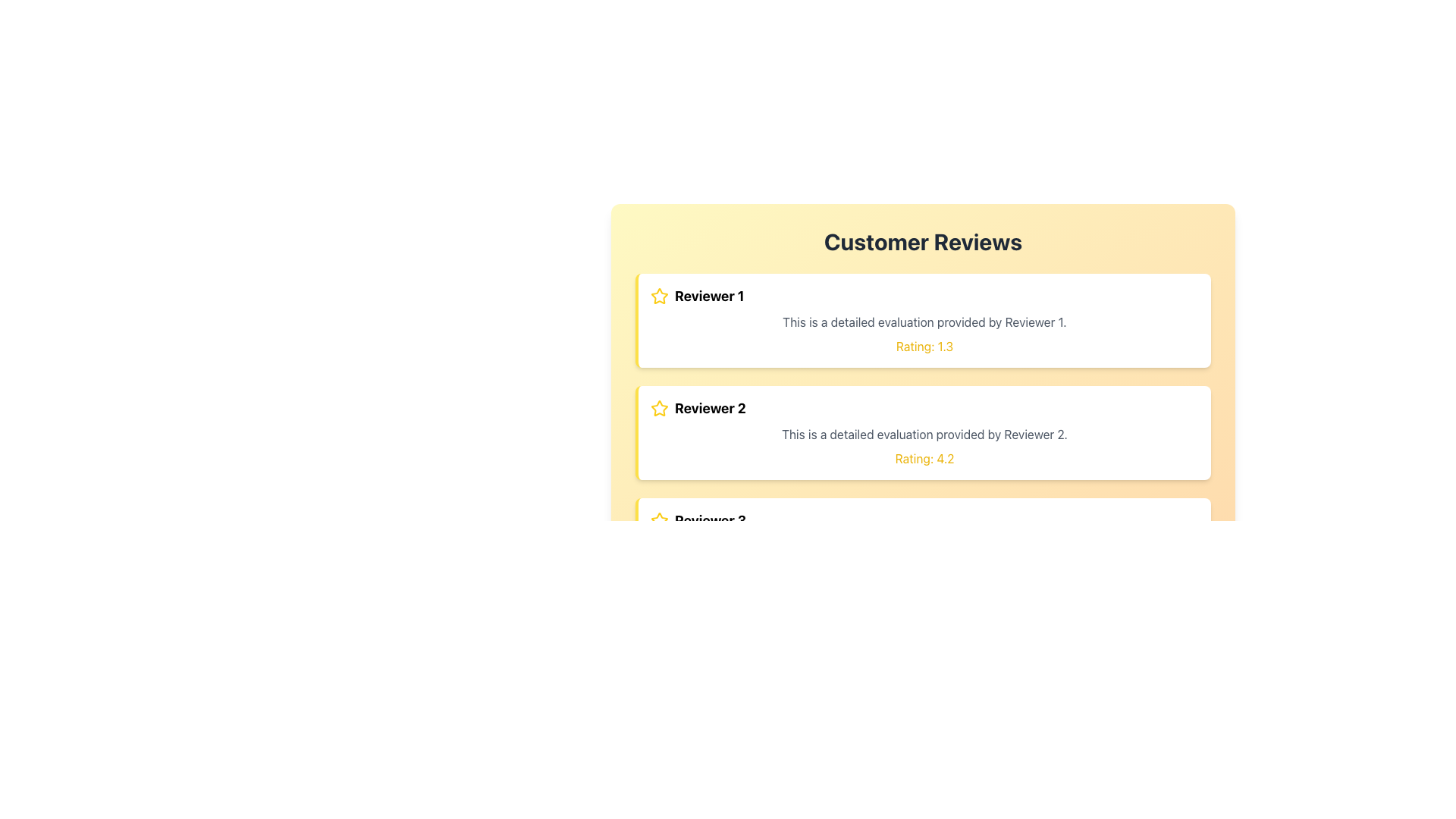 This screenshot has height=819, width=1456. Describe the element at coordinates (924, 346) in the screenshot. I see `the text label displaying 'Rating: 1.3' which is styled in yellow and located at the bottom of the content for 'Reviewer 1'` at that location.